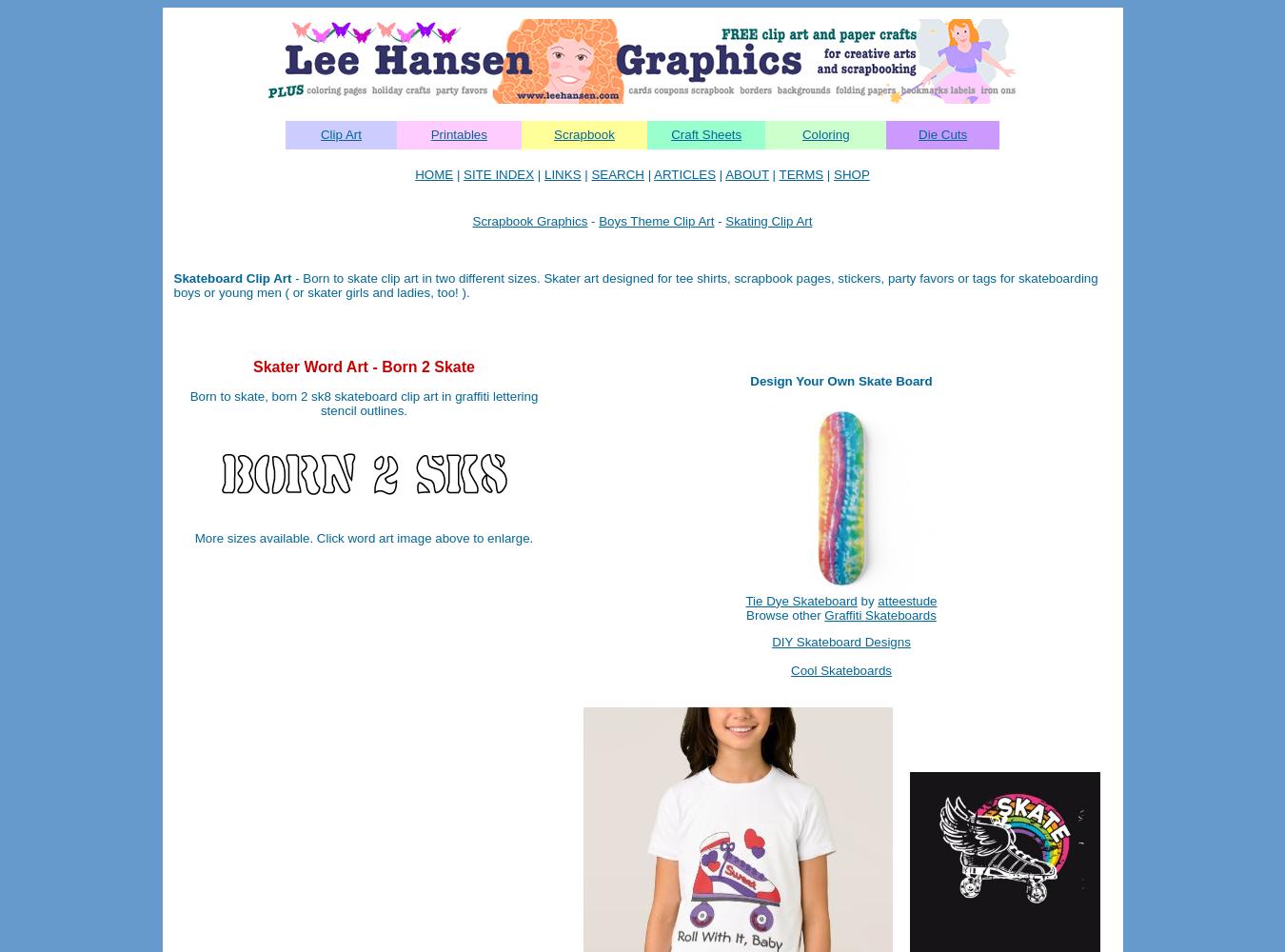 This screenshot has width=1285, height=952. I want to click on 'by', so click(865, 600).